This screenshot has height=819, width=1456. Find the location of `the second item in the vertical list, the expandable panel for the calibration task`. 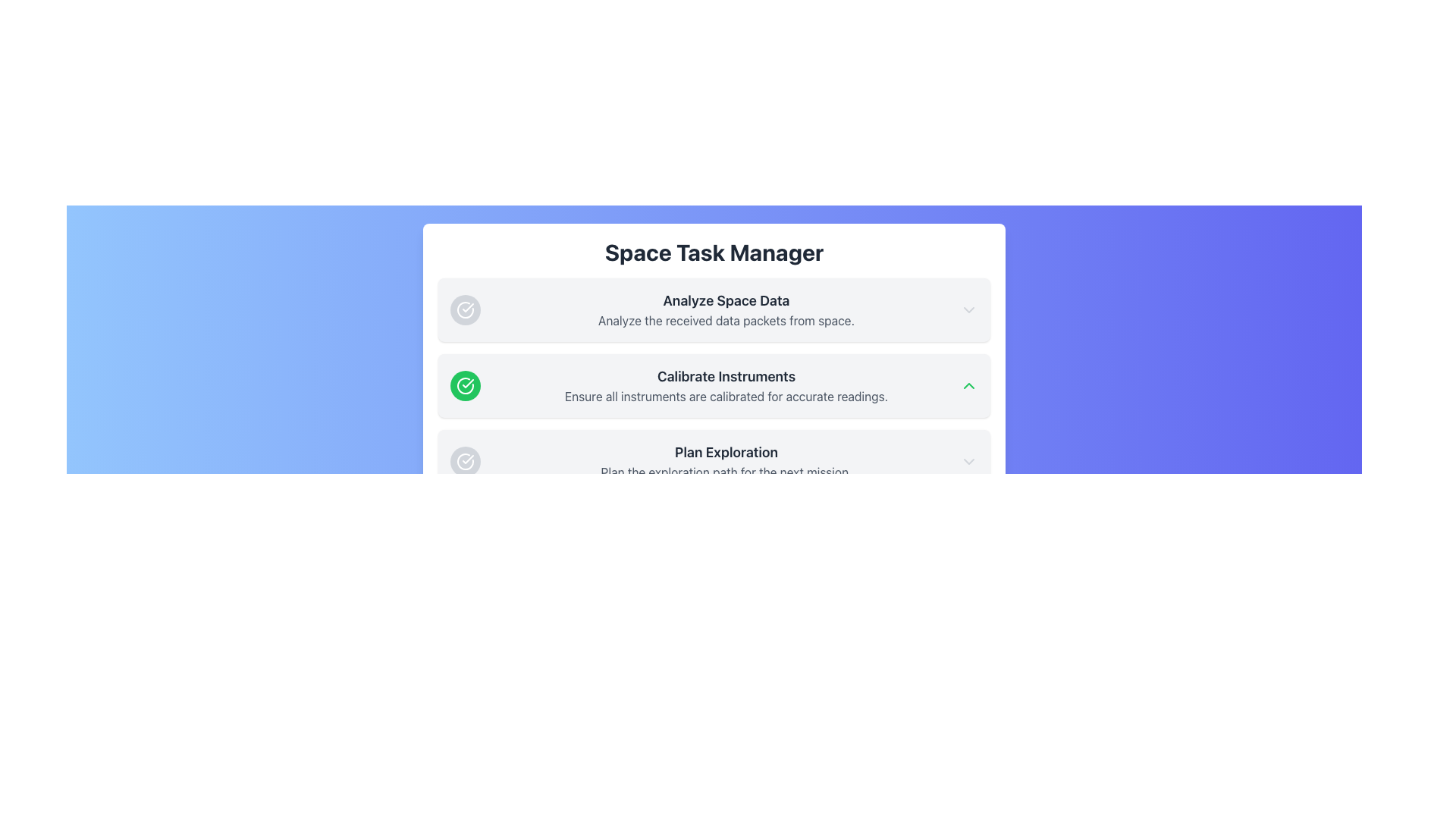

the second item in the vertical list, the expandable panel for the calibration task is located at coordinates (713, 390).